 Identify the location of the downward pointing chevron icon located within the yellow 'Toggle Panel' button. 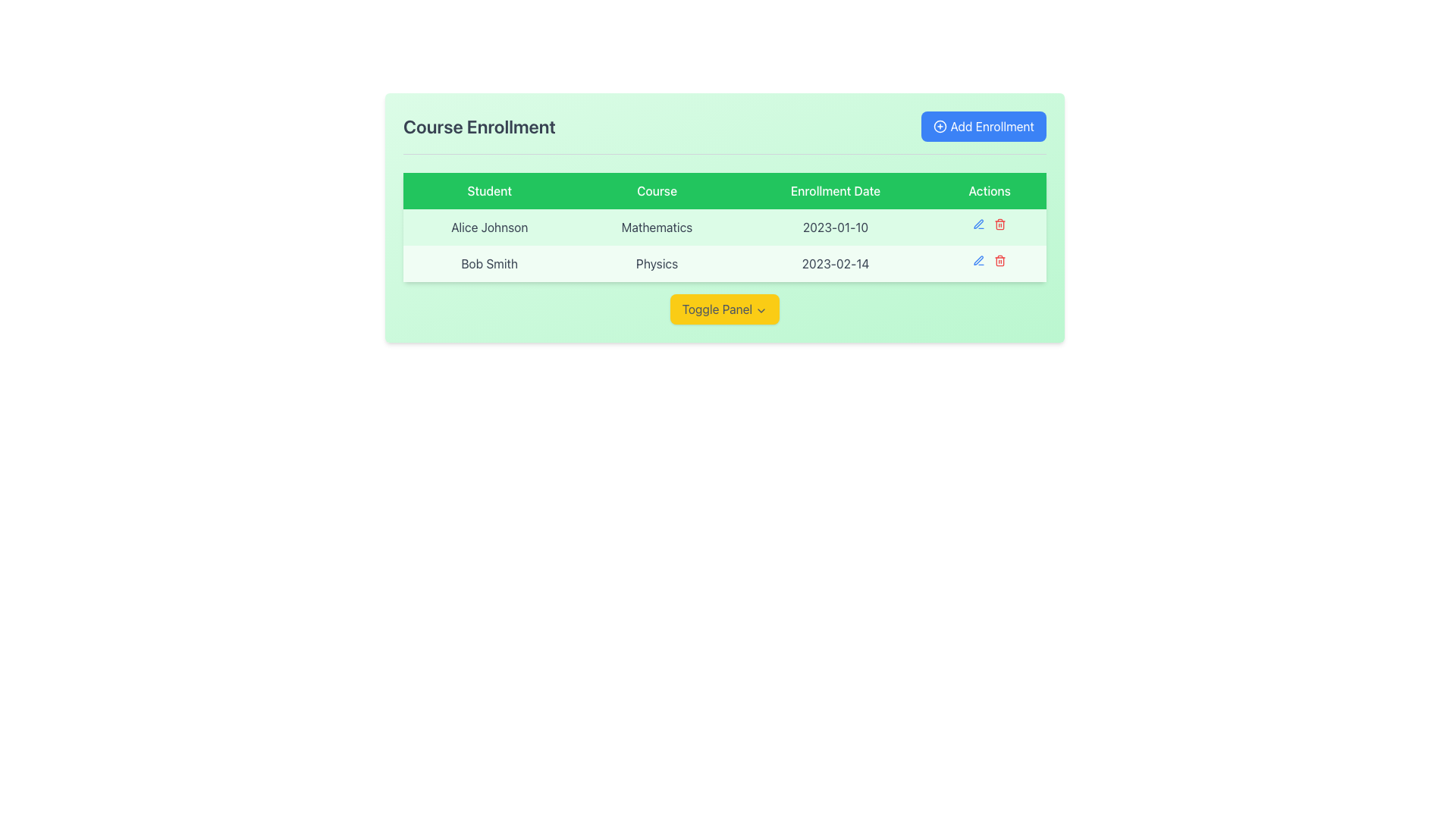
(761, 309).